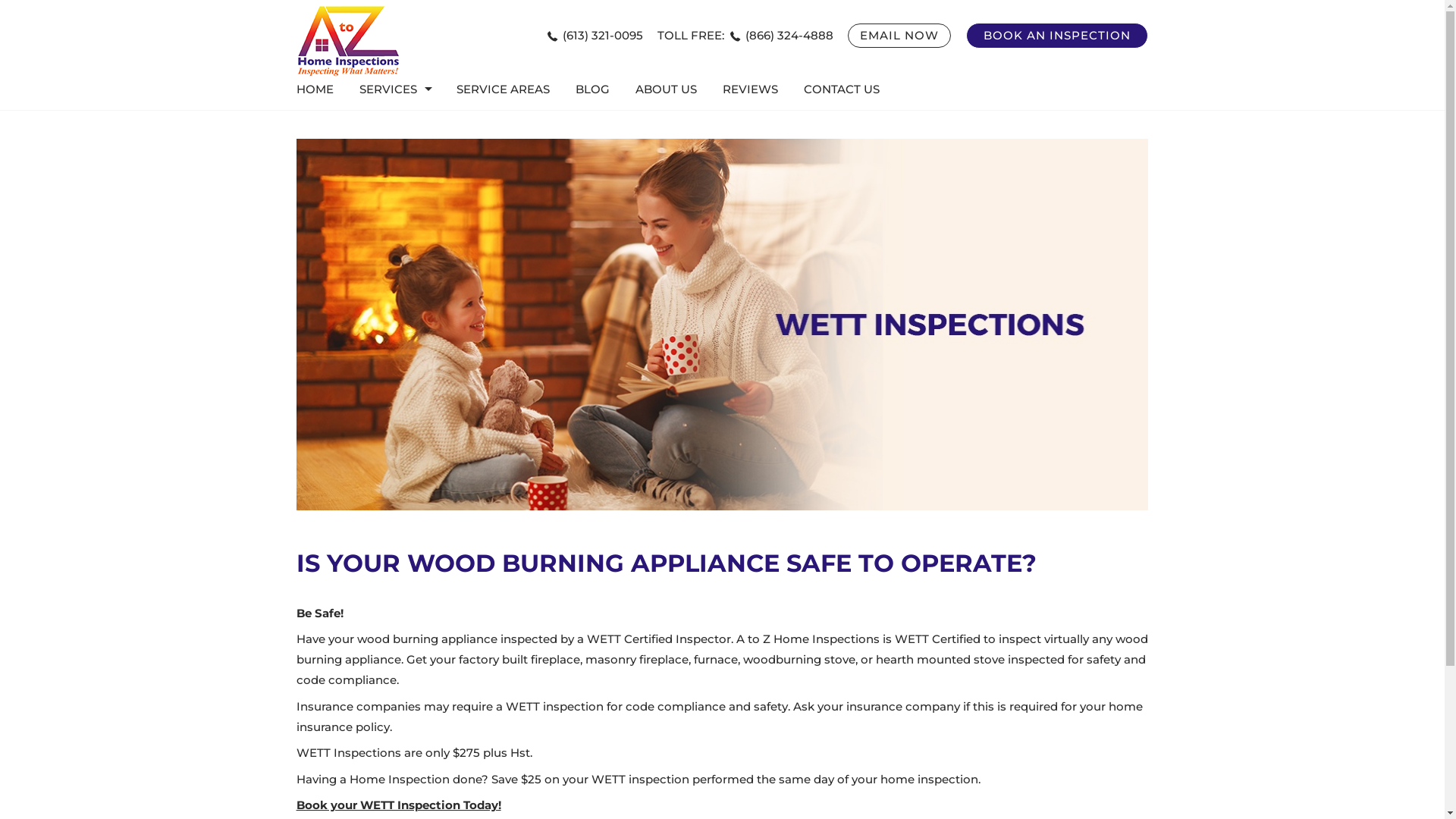 Image resolution: width=1456 pixels, height=819 pixels. I want to click on '(613) 321-0095', so click(595, 34).